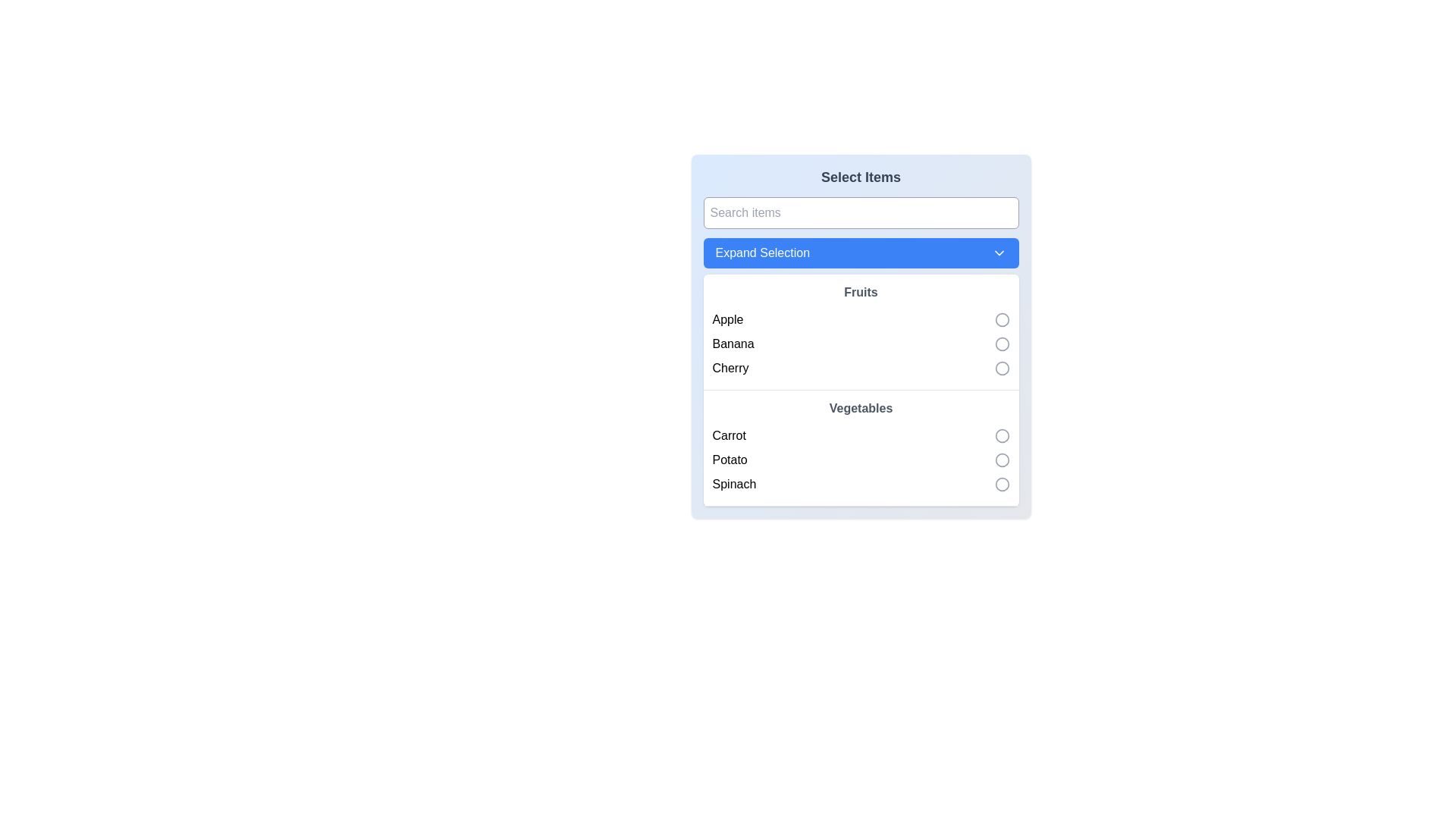 This screenshot has width=1456, height=819. I want to click on the radio button for selecting the 'Banana' option in the 'Fruits' section to choose this option, so click(1002, 344).